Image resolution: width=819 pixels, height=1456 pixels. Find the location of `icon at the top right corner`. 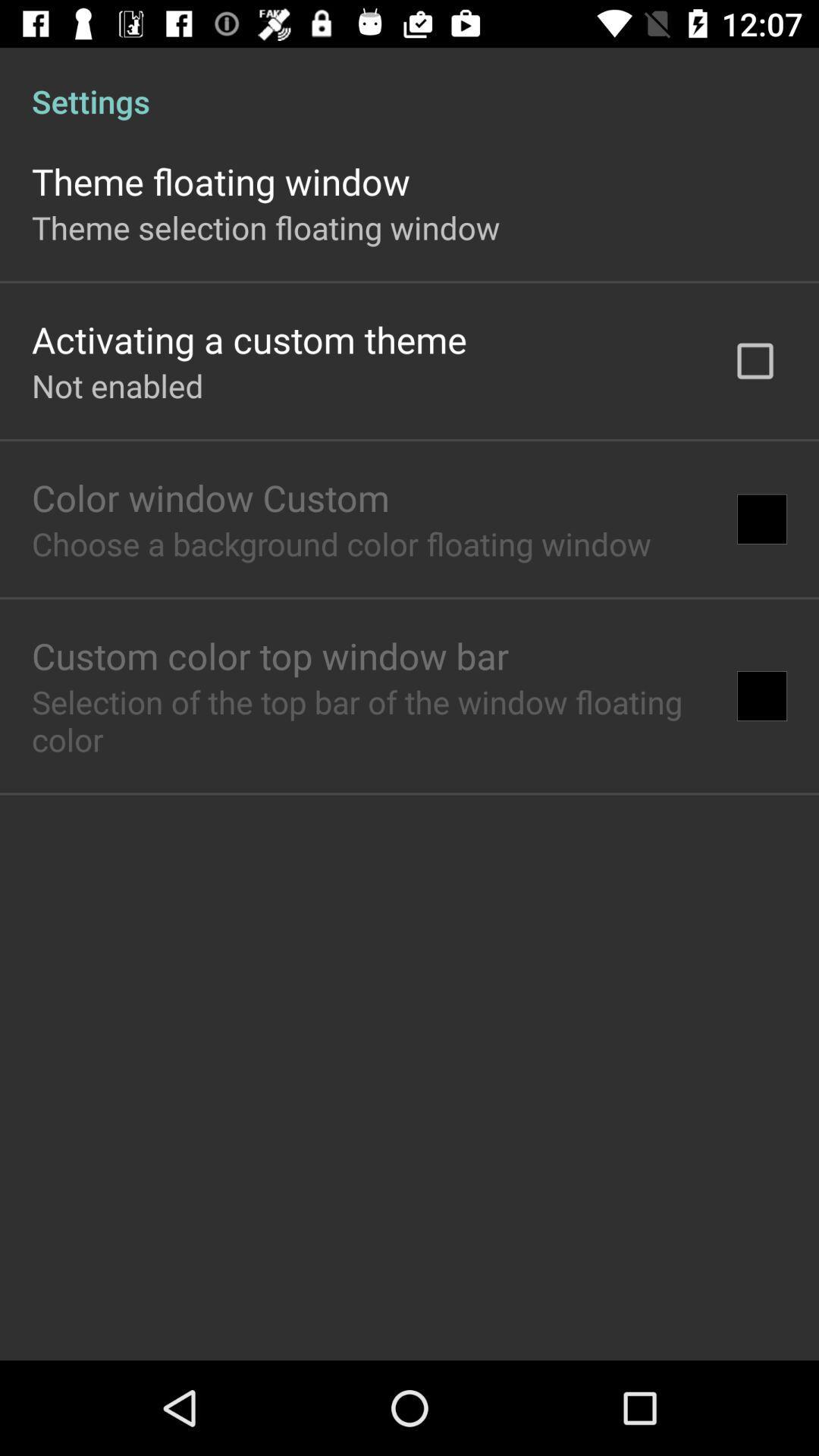

icon at the top right corner is located at coordinates (755, 360).